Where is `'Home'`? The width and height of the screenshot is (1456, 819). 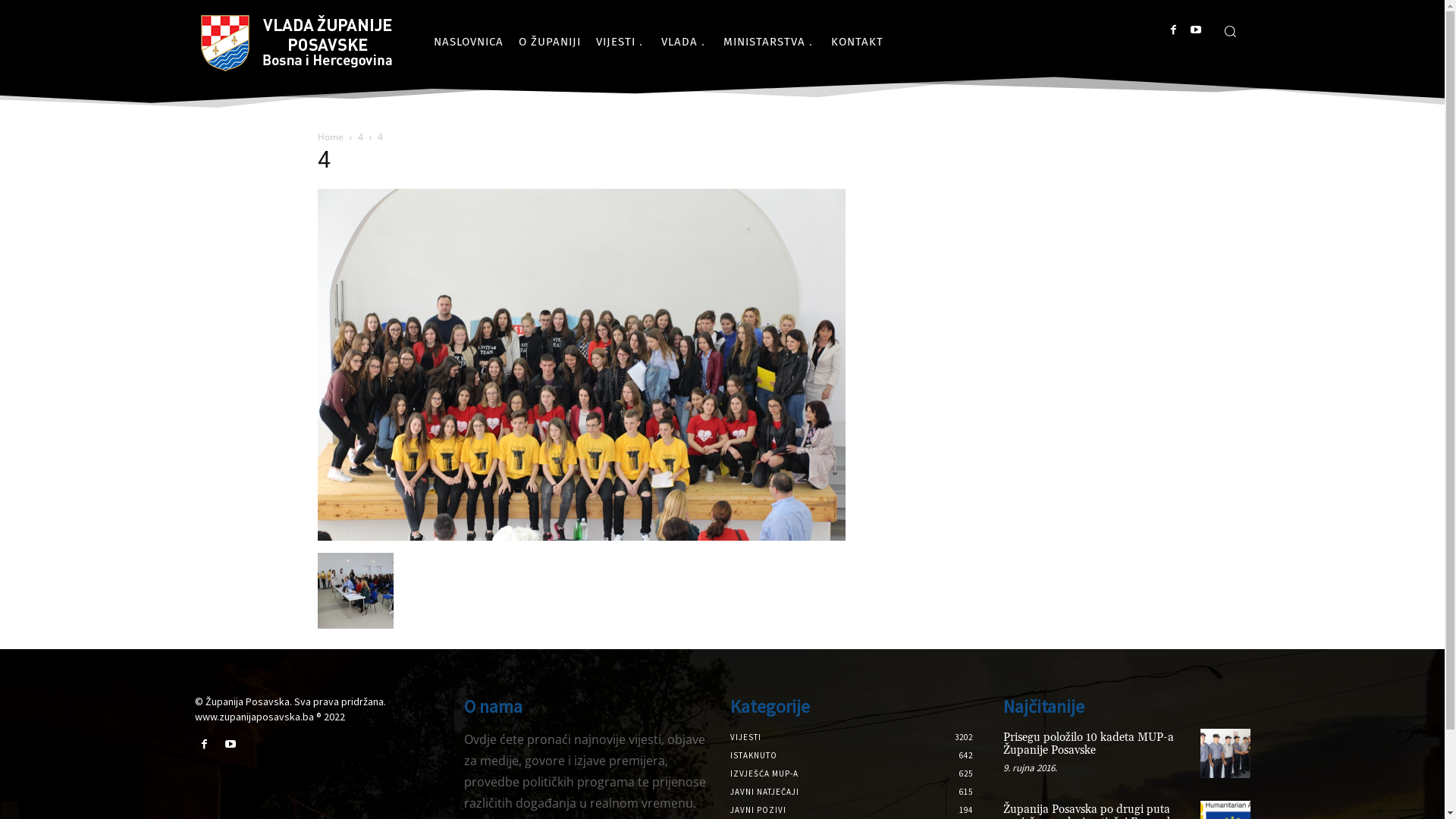
'Home' is located at coordinates (329, 136).